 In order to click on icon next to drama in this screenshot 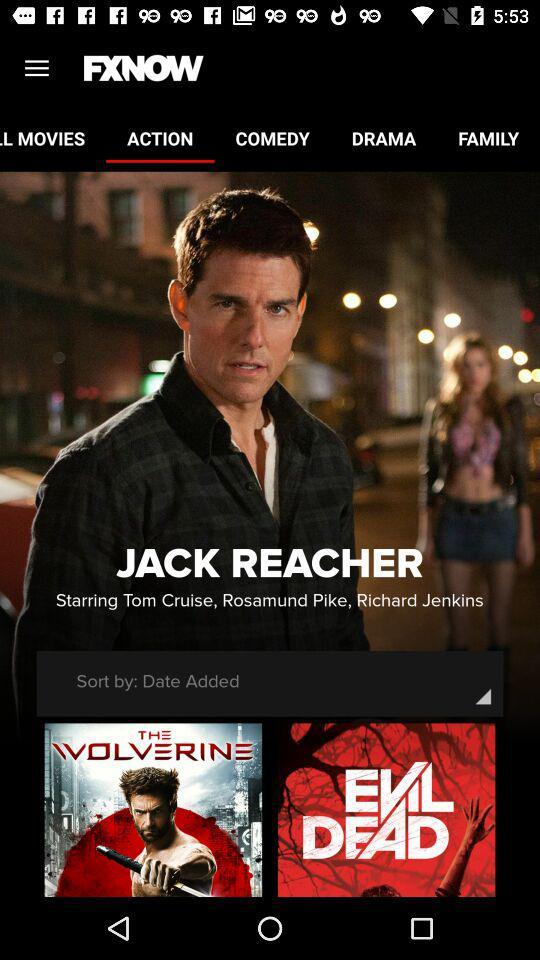, I will do `click(487, 137)`.